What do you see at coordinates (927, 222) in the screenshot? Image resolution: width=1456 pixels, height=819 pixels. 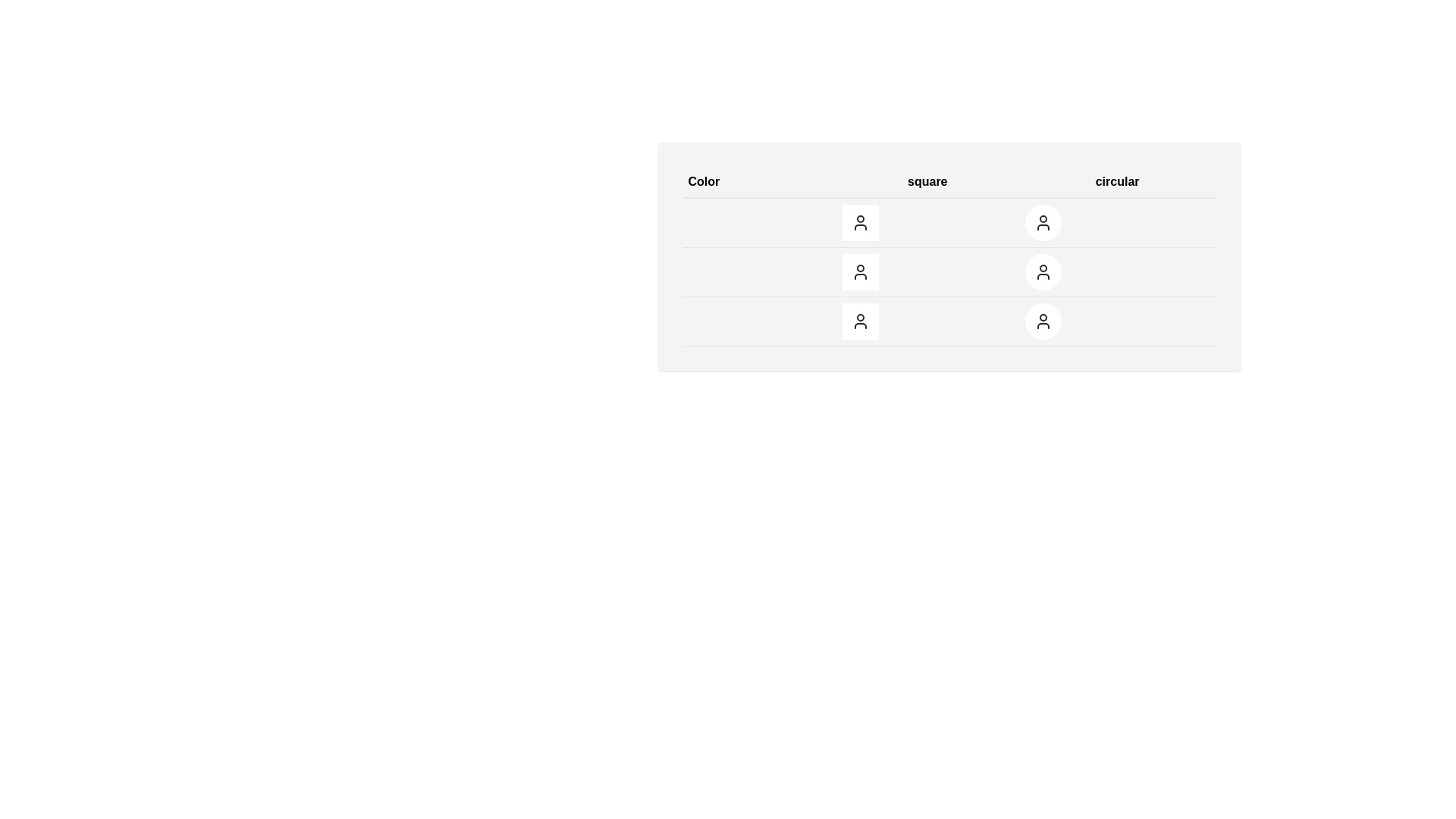 I see `the placeholder or spacer element located in the second column and second row of the table, which is used for alignment and spacing within the grid layout` at bounding box center [927, 222].